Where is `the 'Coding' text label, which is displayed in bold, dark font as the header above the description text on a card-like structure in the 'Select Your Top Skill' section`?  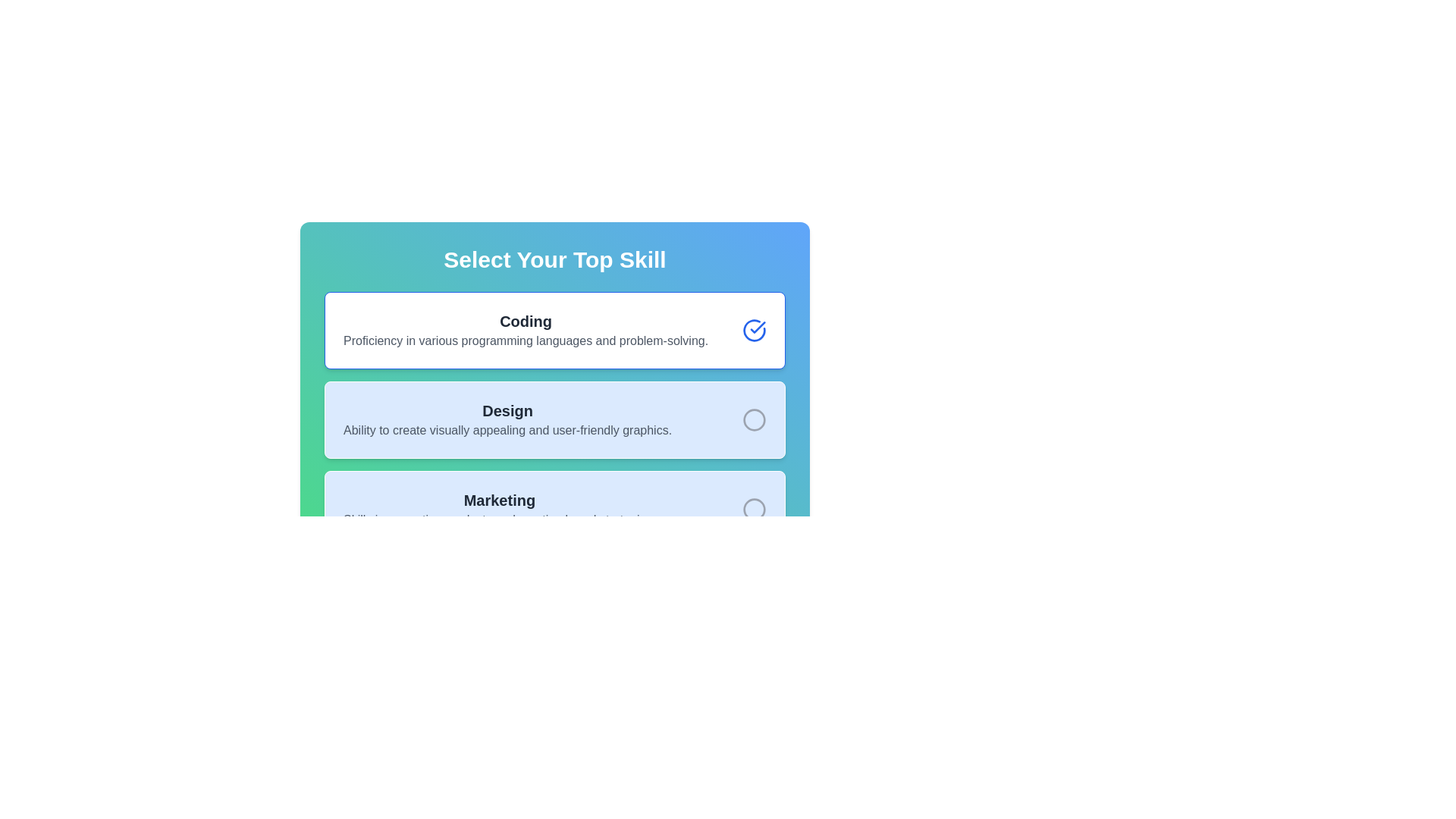 the 'Coding' text label, which is displayed in bold, dark font as the header above the description text on a card-like structure in the 'Select Your Top Skill' section is located at coordinates (526, 321).